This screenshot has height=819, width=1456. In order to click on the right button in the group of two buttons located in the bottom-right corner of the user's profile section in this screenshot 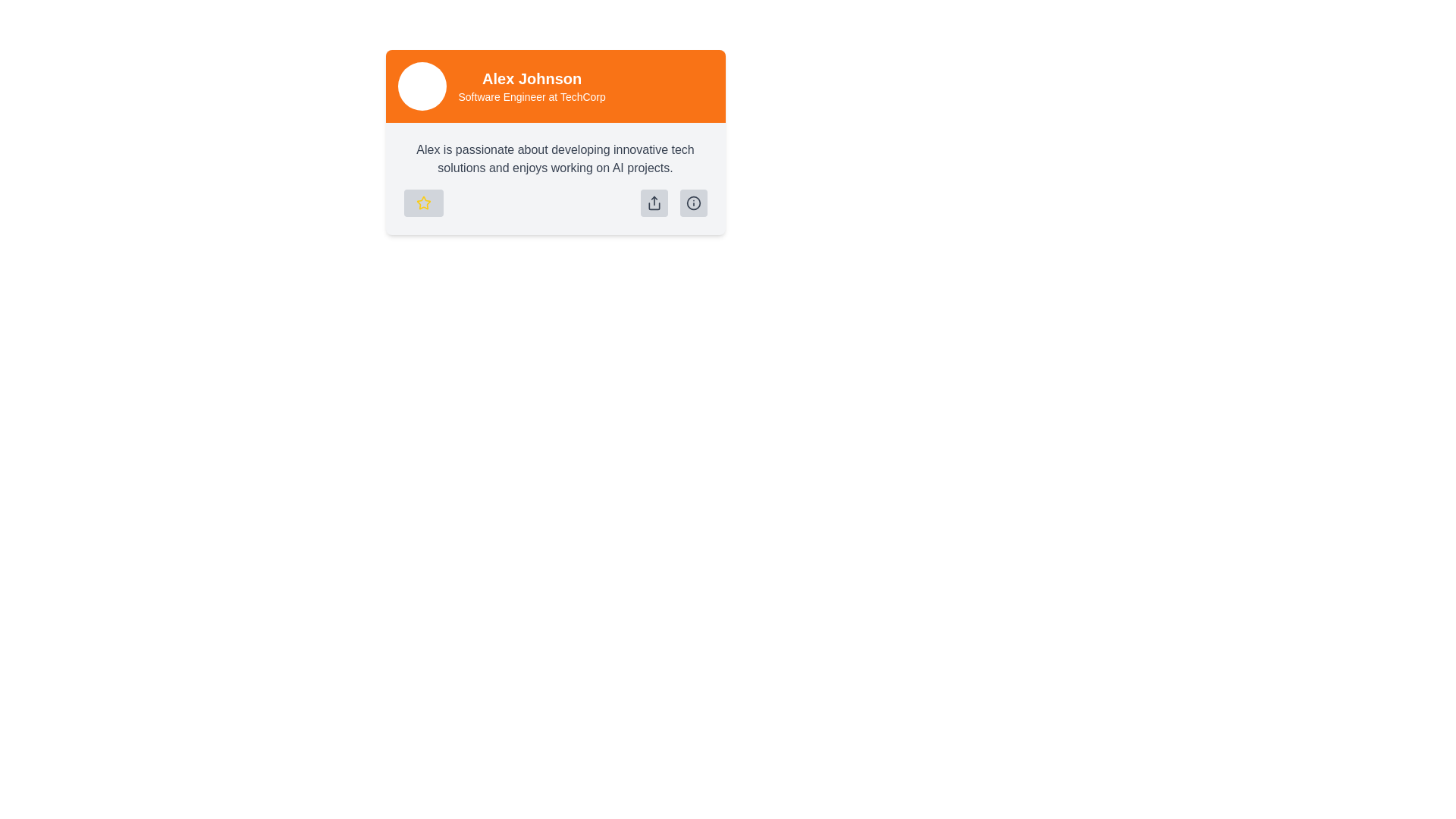, I will do `click(673, 202)`.